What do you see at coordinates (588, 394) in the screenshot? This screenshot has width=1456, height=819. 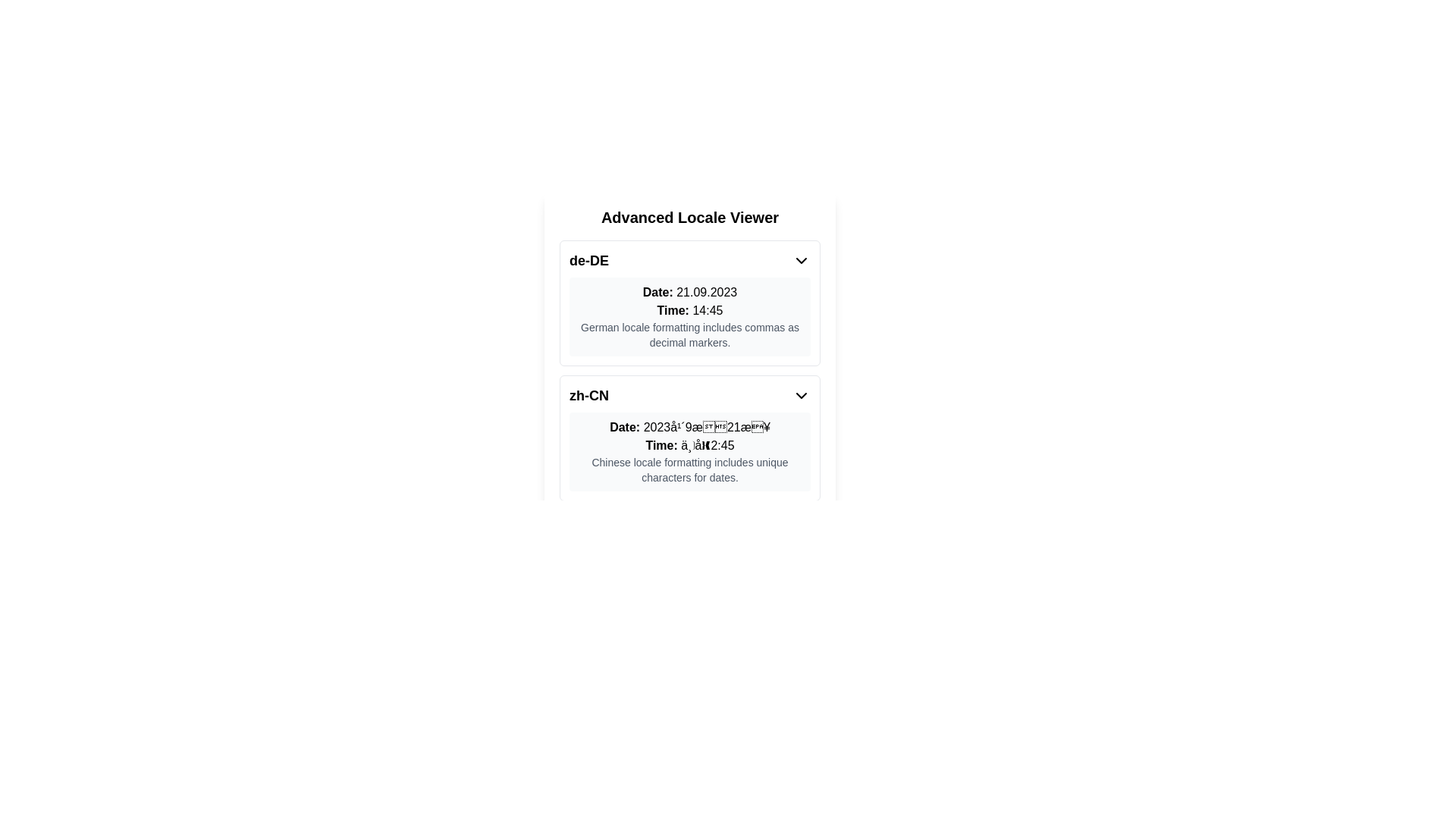 I see `the static text label indicating the Chinese locale identifier 'zh-CN', located at the top-left corner of the 'zh-CN' section under 'Advanced Locale Viewer'` at bounding box center [588, 394].